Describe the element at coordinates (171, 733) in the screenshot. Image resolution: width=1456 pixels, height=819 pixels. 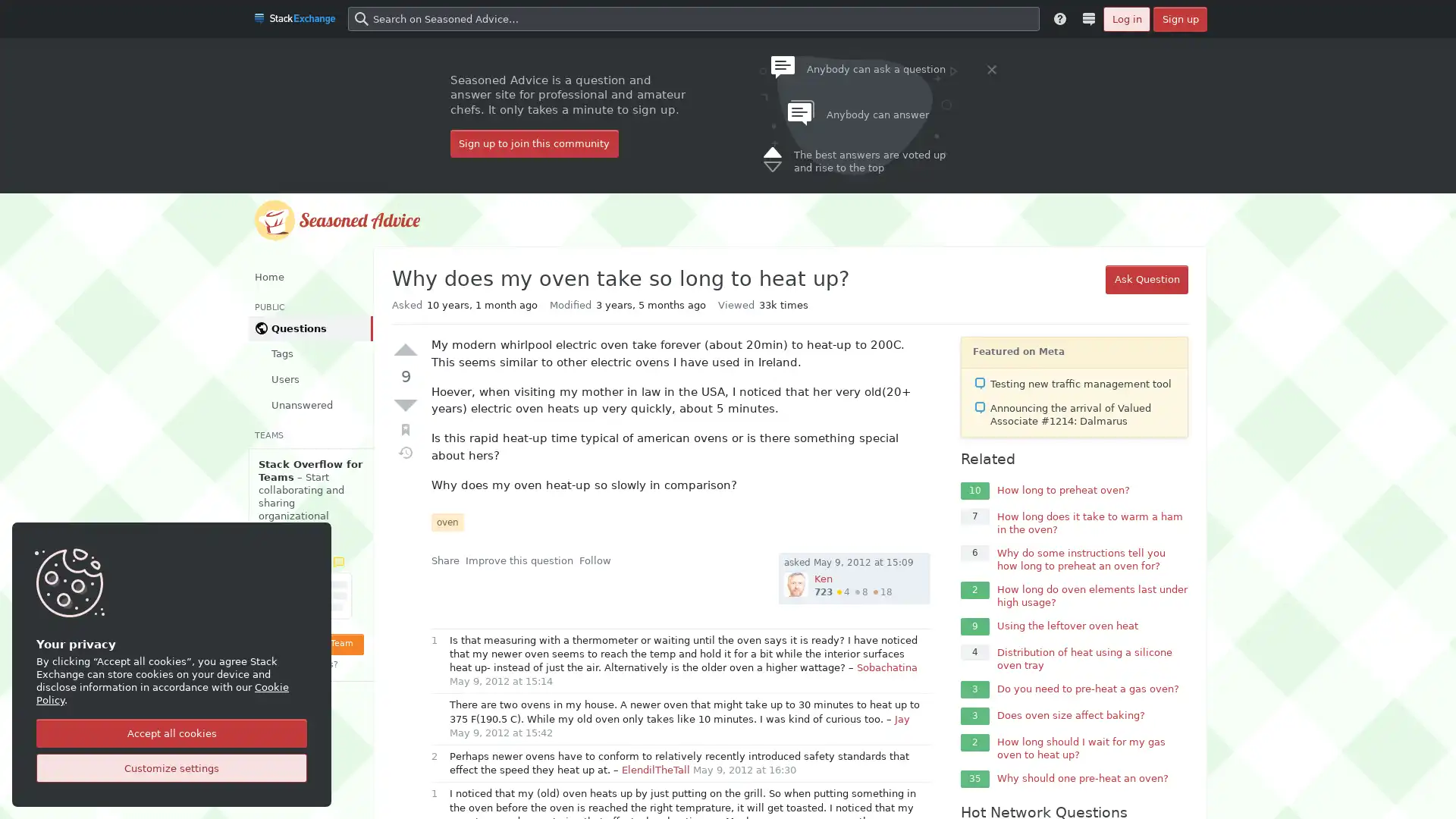
I see `Accept all cookies` at that location.